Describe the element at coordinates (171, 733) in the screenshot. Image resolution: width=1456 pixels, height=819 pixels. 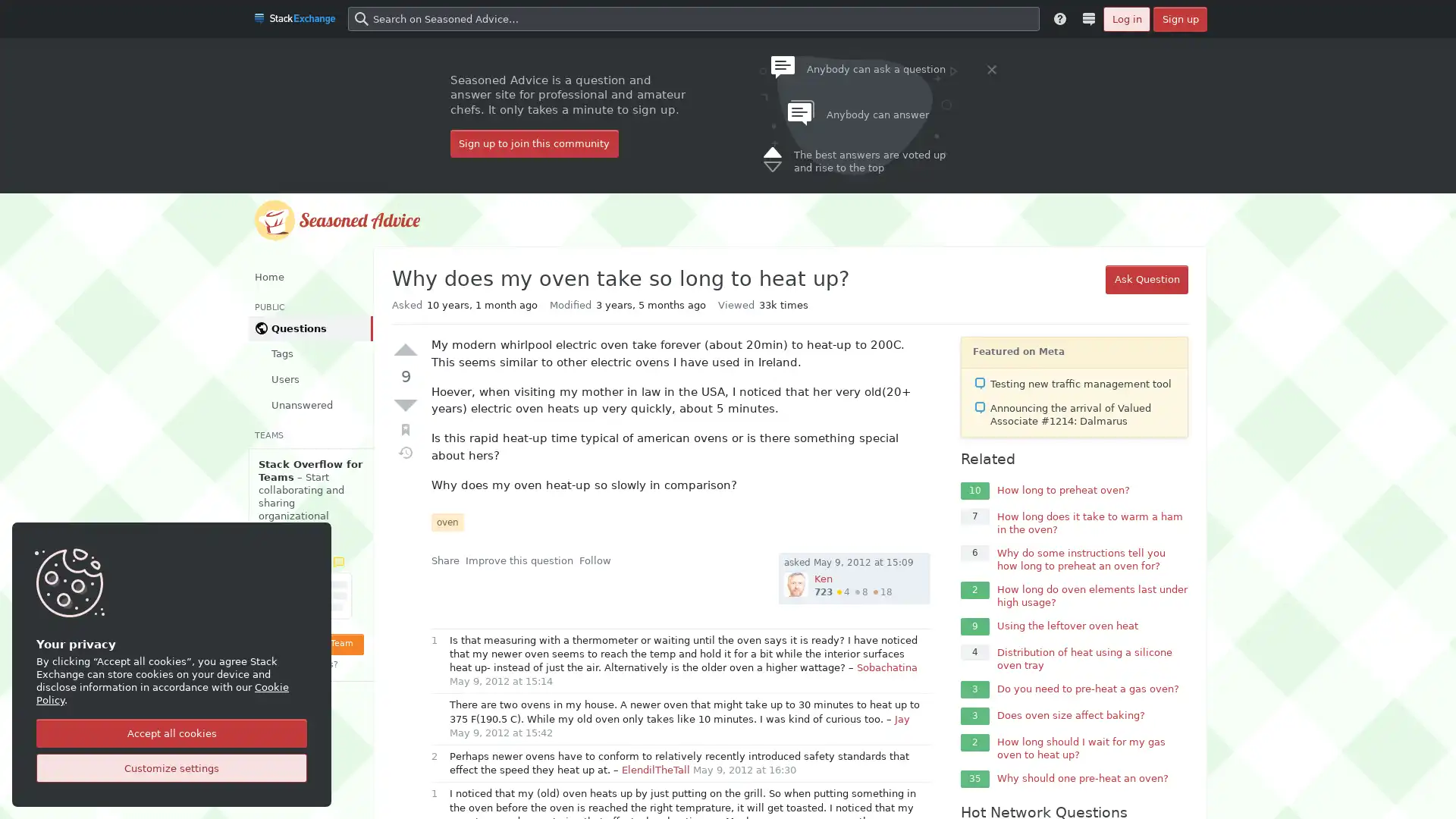
I see `Accept all cookies` at that location.